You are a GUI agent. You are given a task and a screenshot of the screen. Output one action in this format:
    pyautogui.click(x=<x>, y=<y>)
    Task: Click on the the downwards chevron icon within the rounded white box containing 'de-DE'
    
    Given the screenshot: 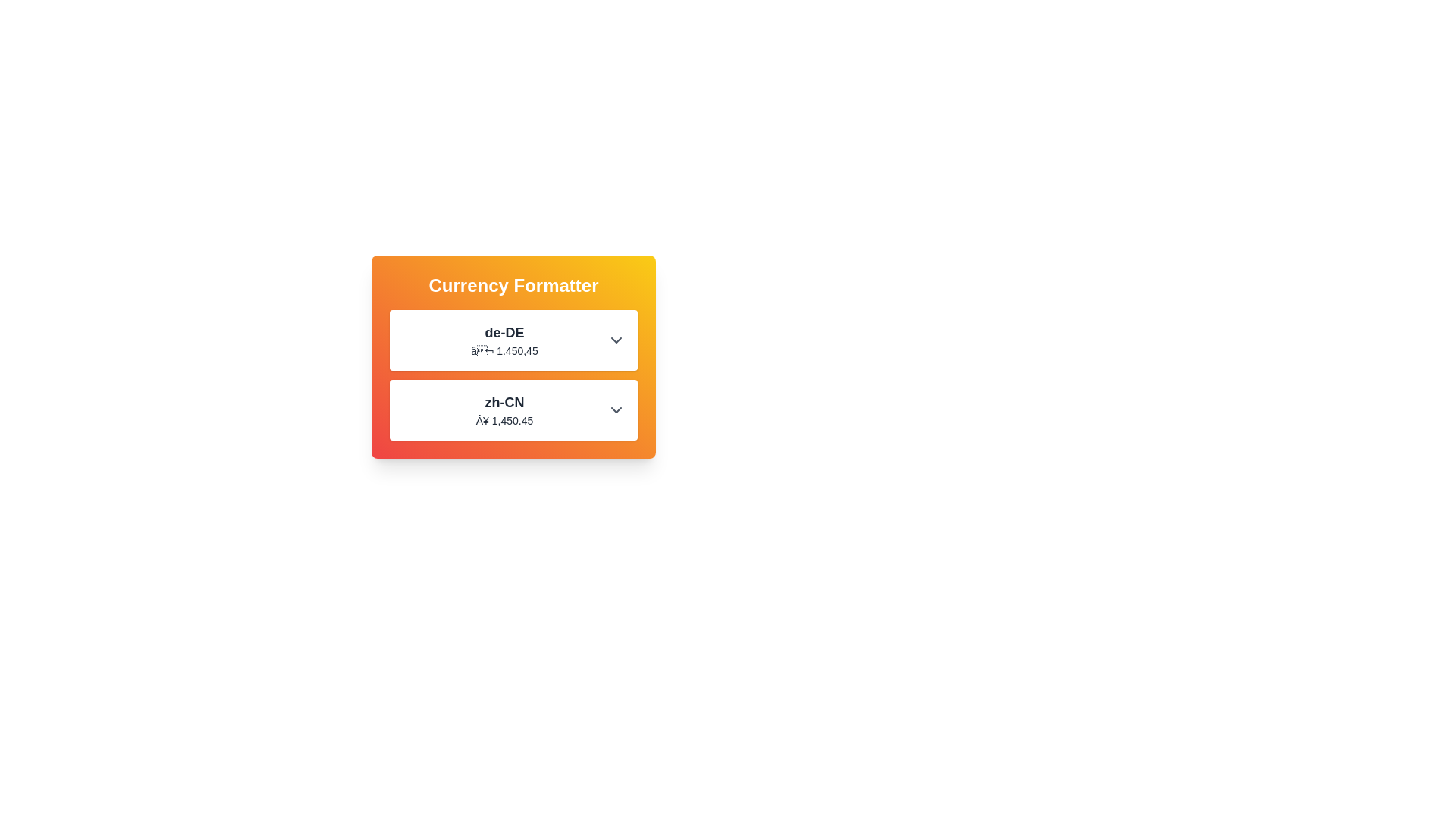 What is the action you would take?
    pyautogui.click(x=616, y=339)
    